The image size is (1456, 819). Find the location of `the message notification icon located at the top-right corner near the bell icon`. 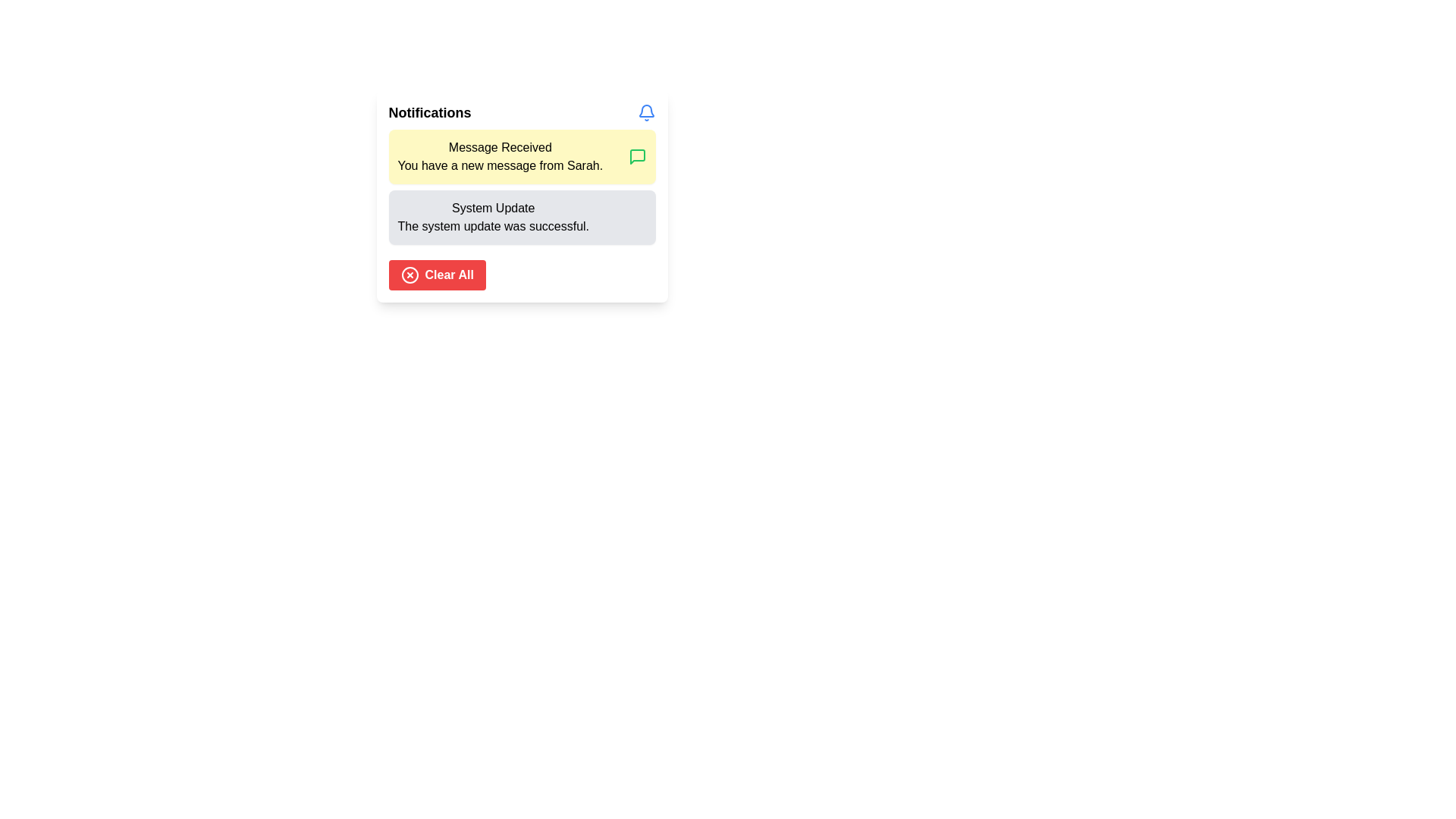

the message notification icon located at the top-right corner near the bell icon is located at coordinates (637, 157).